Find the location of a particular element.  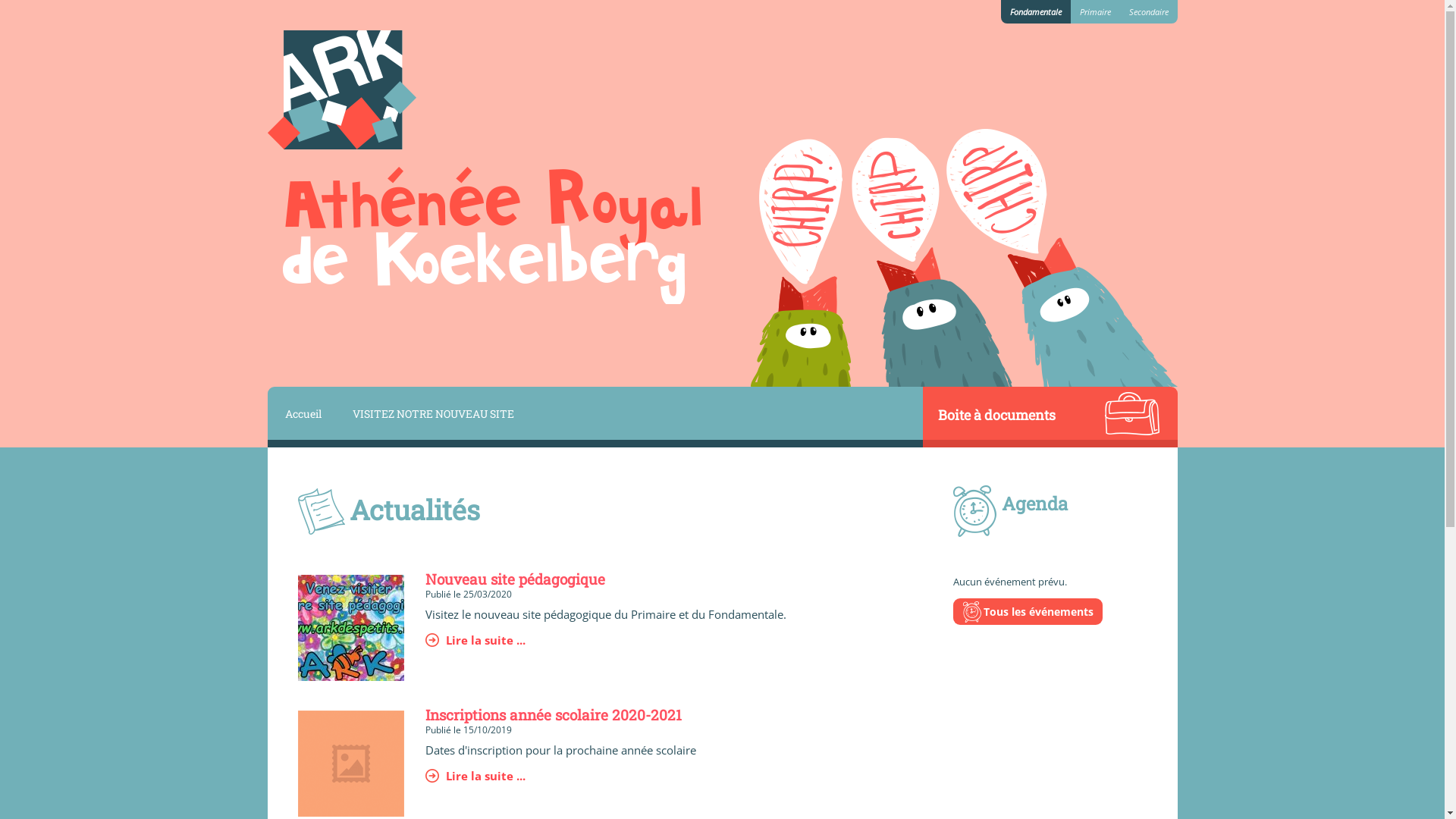

'Fondamentale' is located at coordinates (1035, 11).